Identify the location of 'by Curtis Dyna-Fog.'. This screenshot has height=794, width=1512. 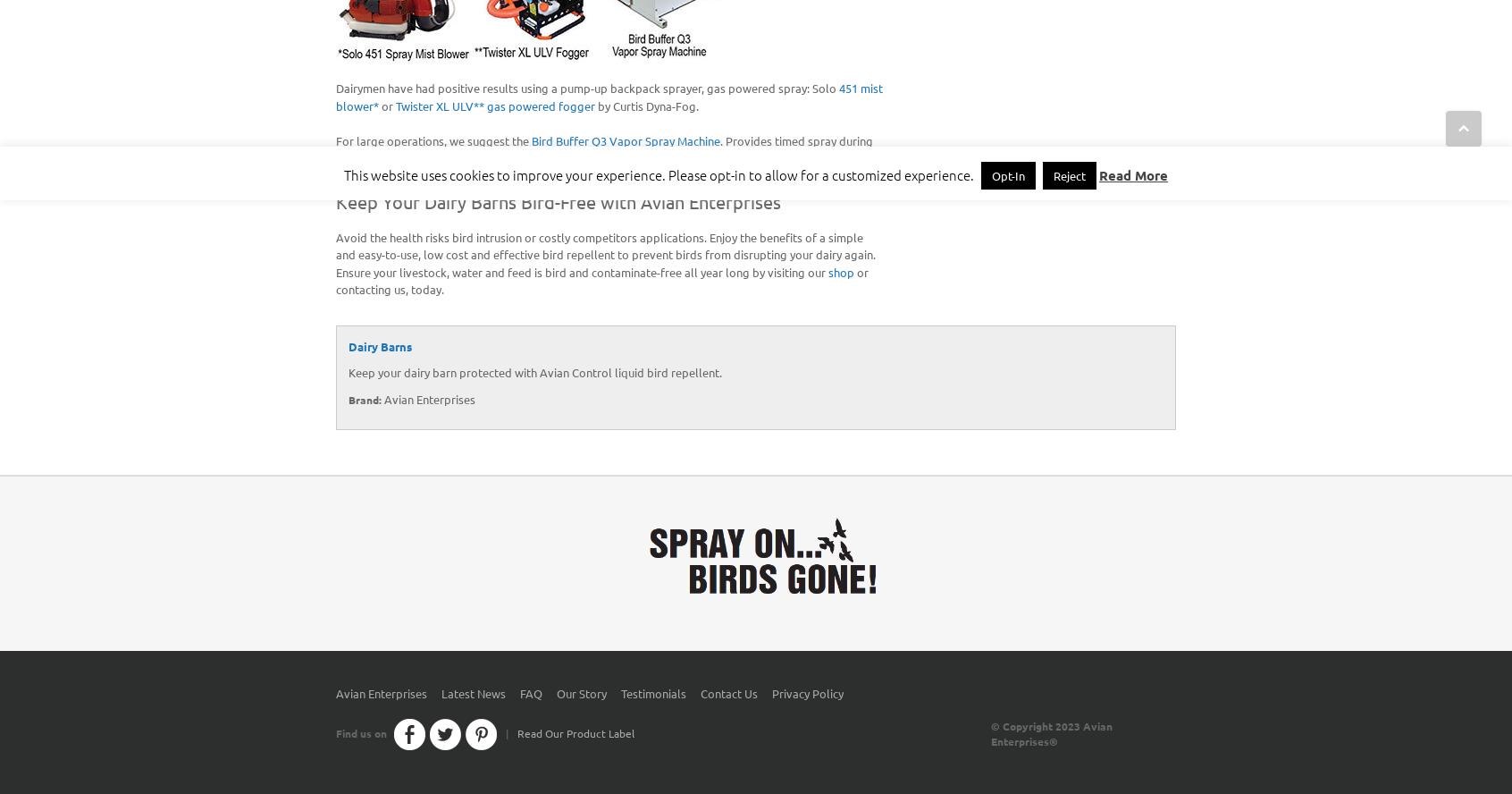
(646, 105).